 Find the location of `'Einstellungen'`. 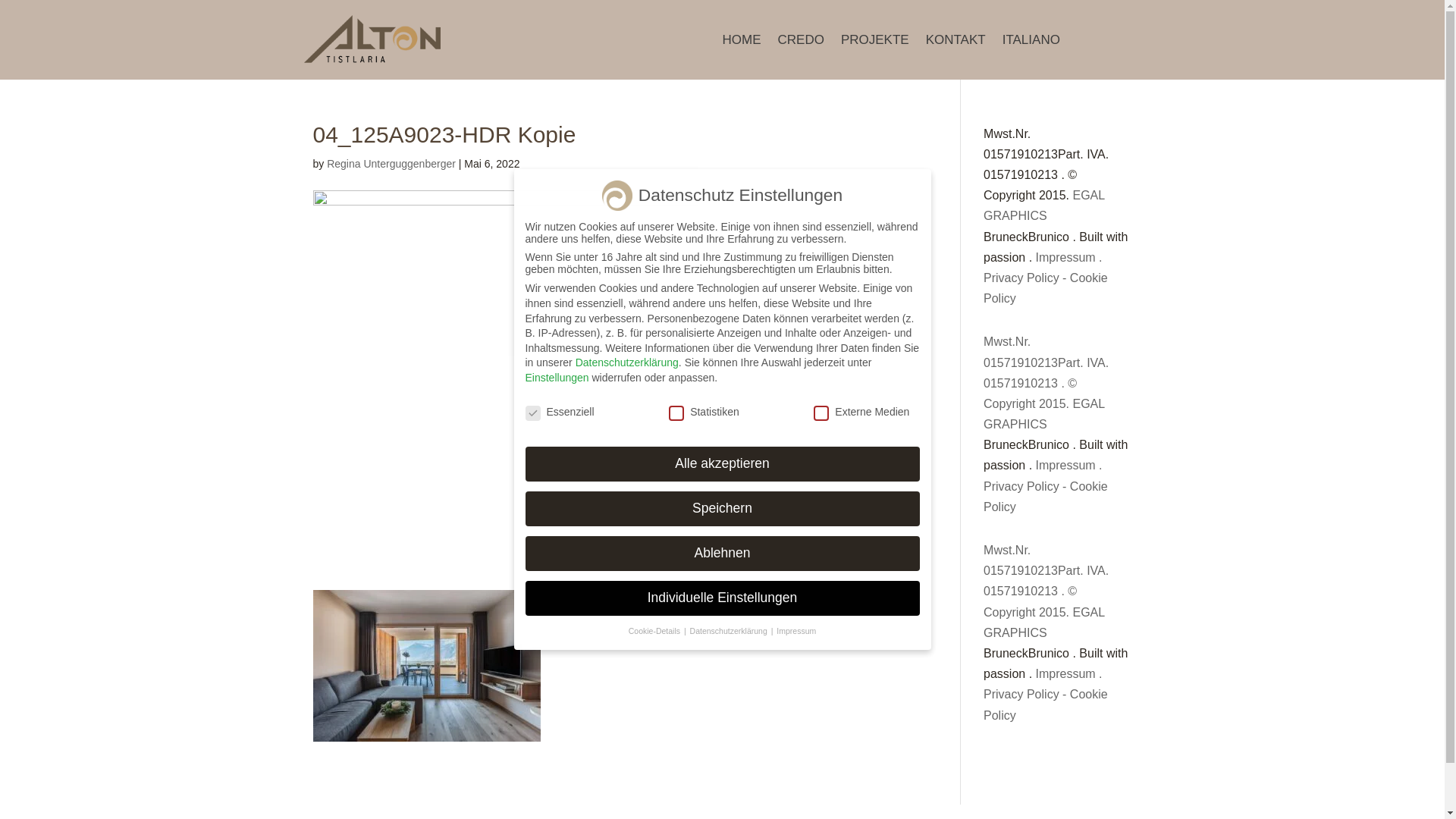

'Einstellungen' is located at coordinates (556, 376).